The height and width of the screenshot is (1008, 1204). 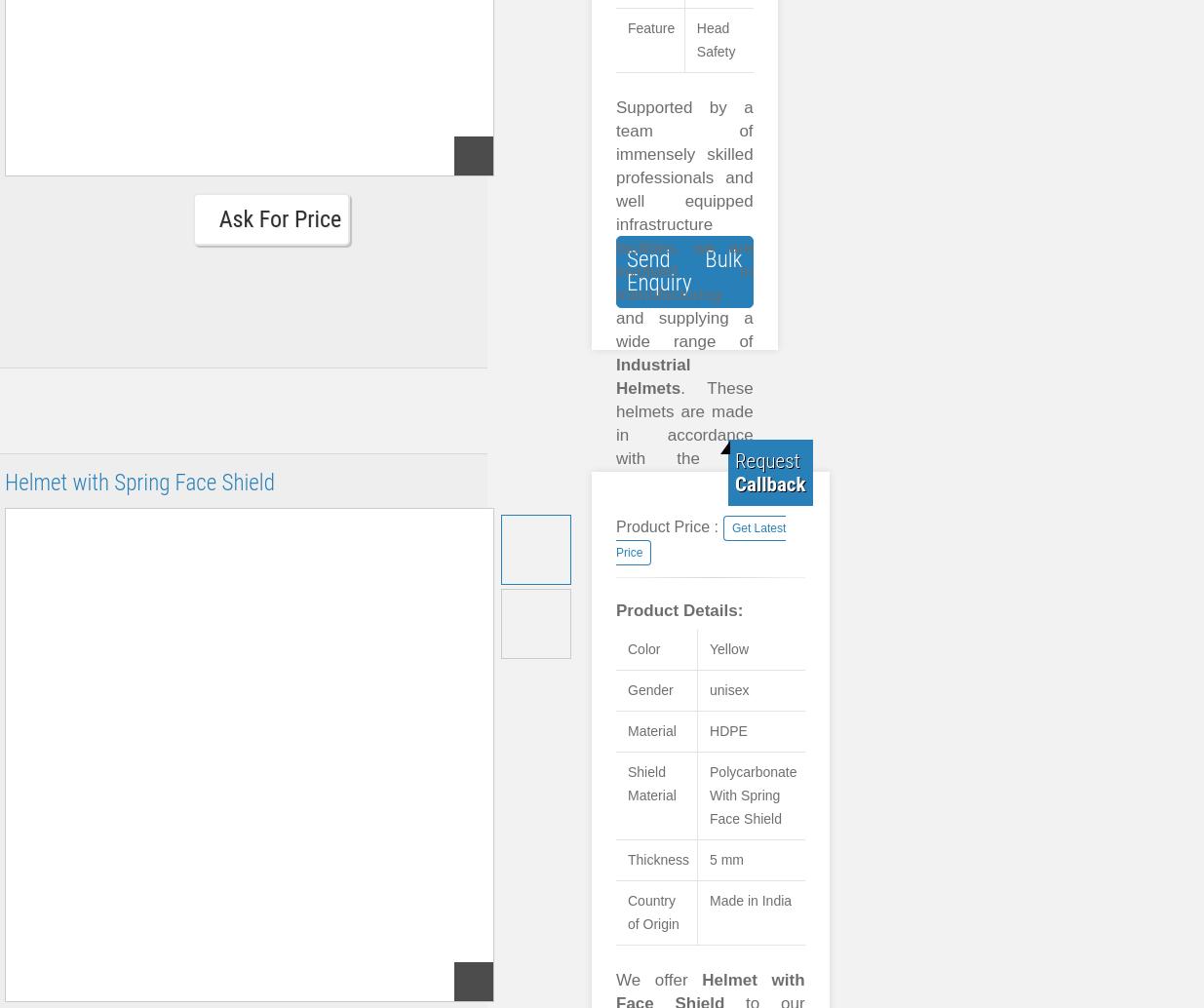 I want to click on '5 mm', so click(x=726, y=859).